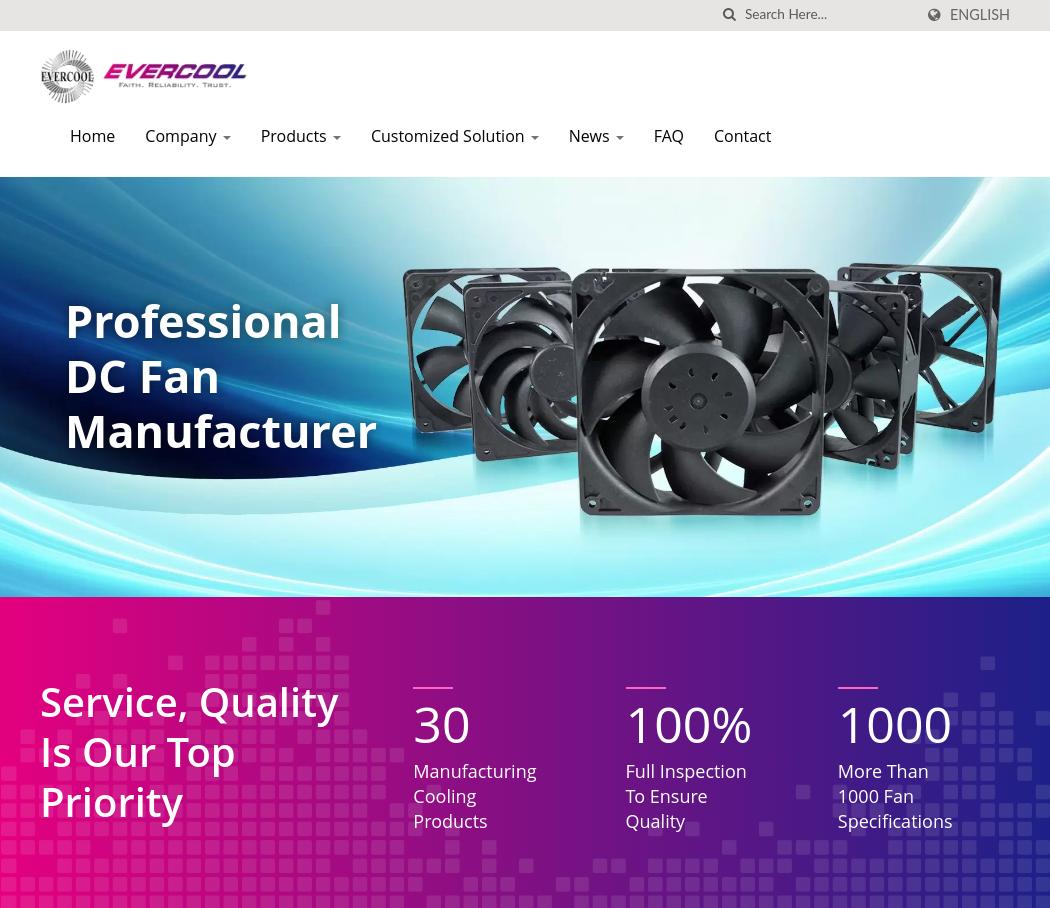 This screenshot has width=1050, height=908. What do you see at coordinates (144, 136) in the screenshot?
I see `'Company'` at bounding box center [144, 136].